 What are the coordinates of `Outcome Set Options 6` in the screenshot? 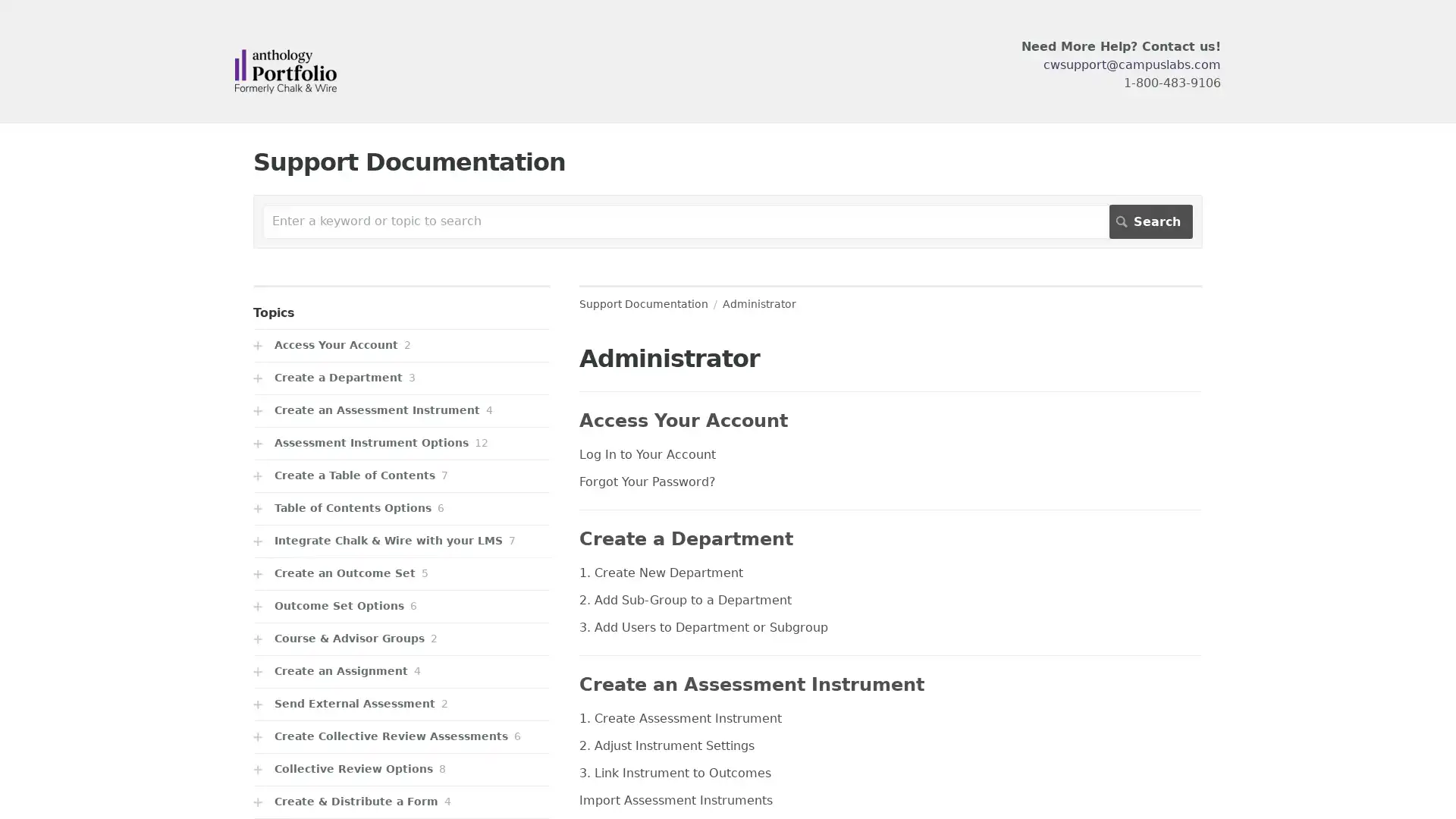 It's located at (401, 605).